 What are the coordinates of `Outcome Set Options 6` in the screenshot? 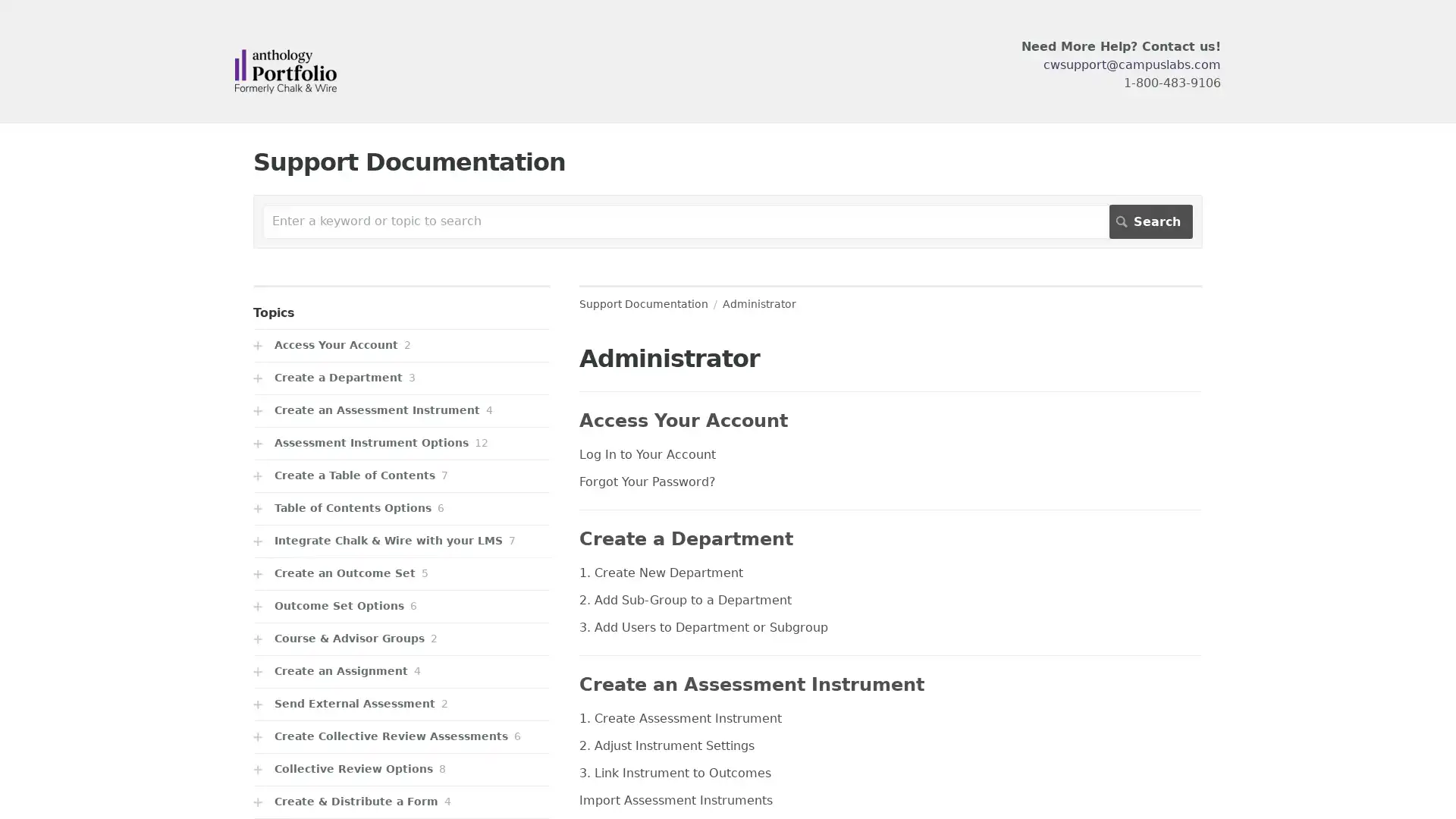 It's located at (401, 605).